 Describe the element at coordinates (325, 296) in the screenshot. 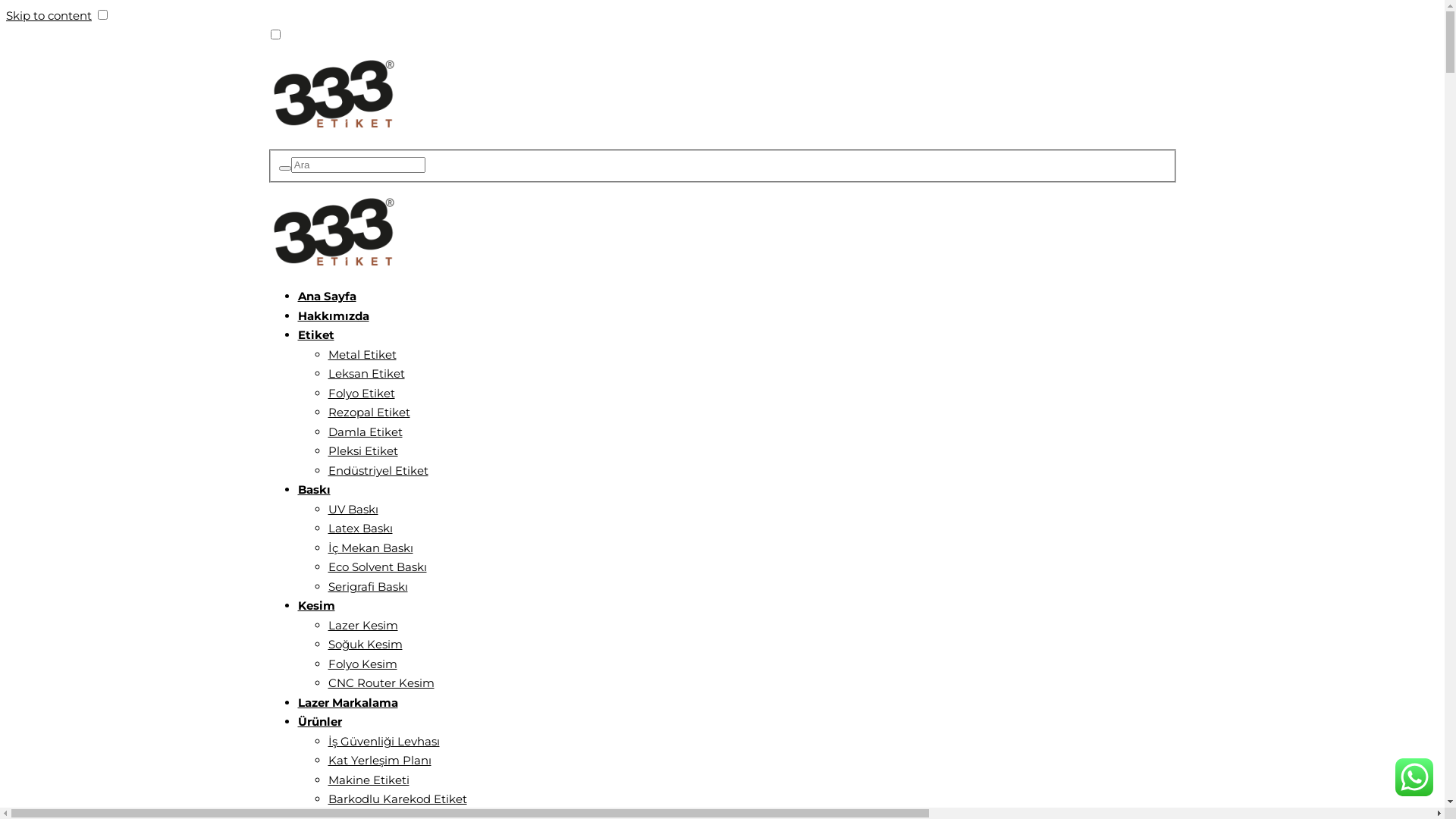

I see `'Ana Sayfa'` at that location.